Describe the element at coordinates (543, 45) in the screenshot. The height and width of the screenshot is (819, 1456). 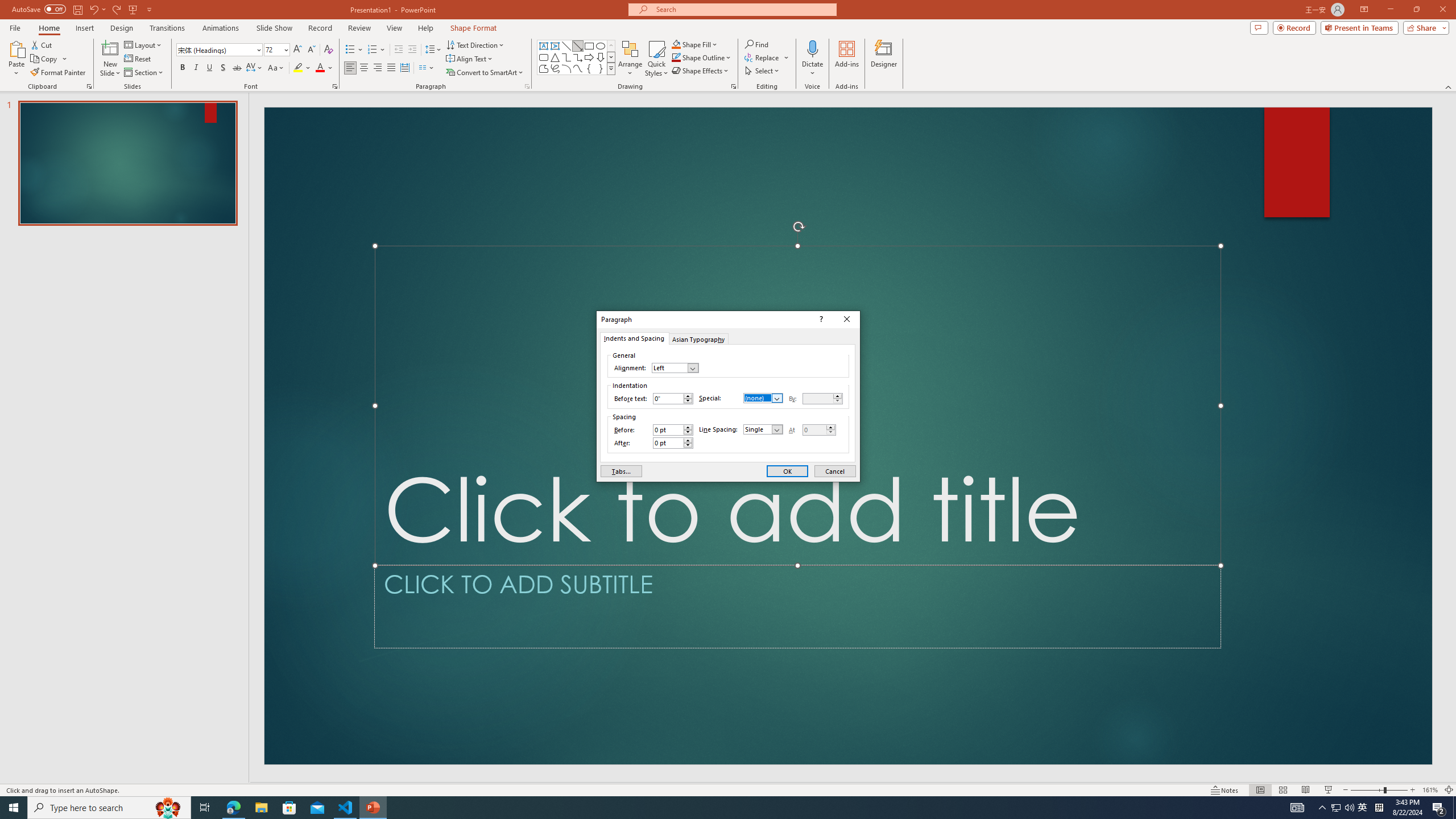
I see `'Text Box'` at that location.